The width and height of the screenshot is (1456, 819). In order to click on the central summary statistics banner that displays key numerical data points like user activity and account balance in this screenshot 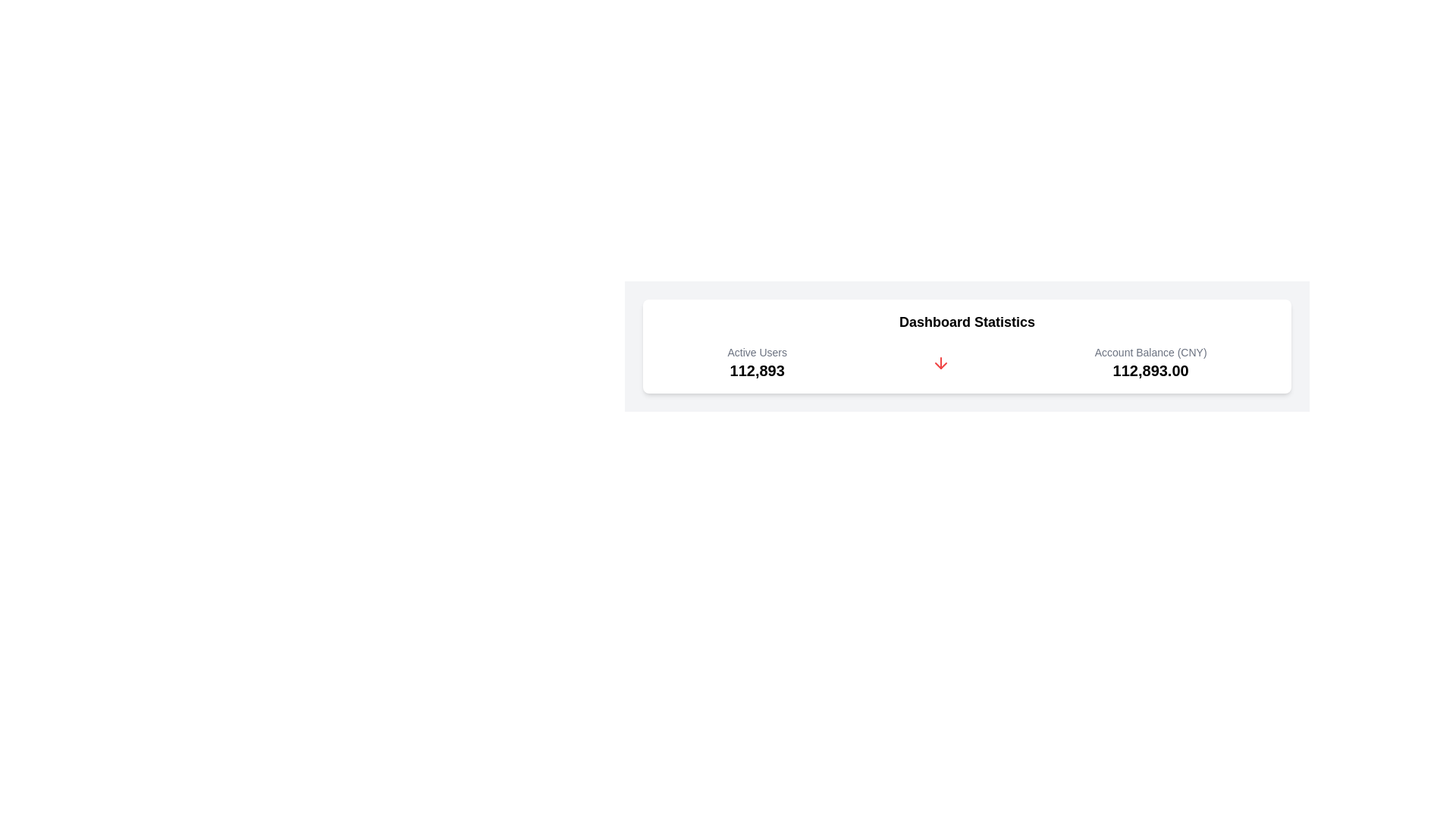, I will do `click(966, 346)`.